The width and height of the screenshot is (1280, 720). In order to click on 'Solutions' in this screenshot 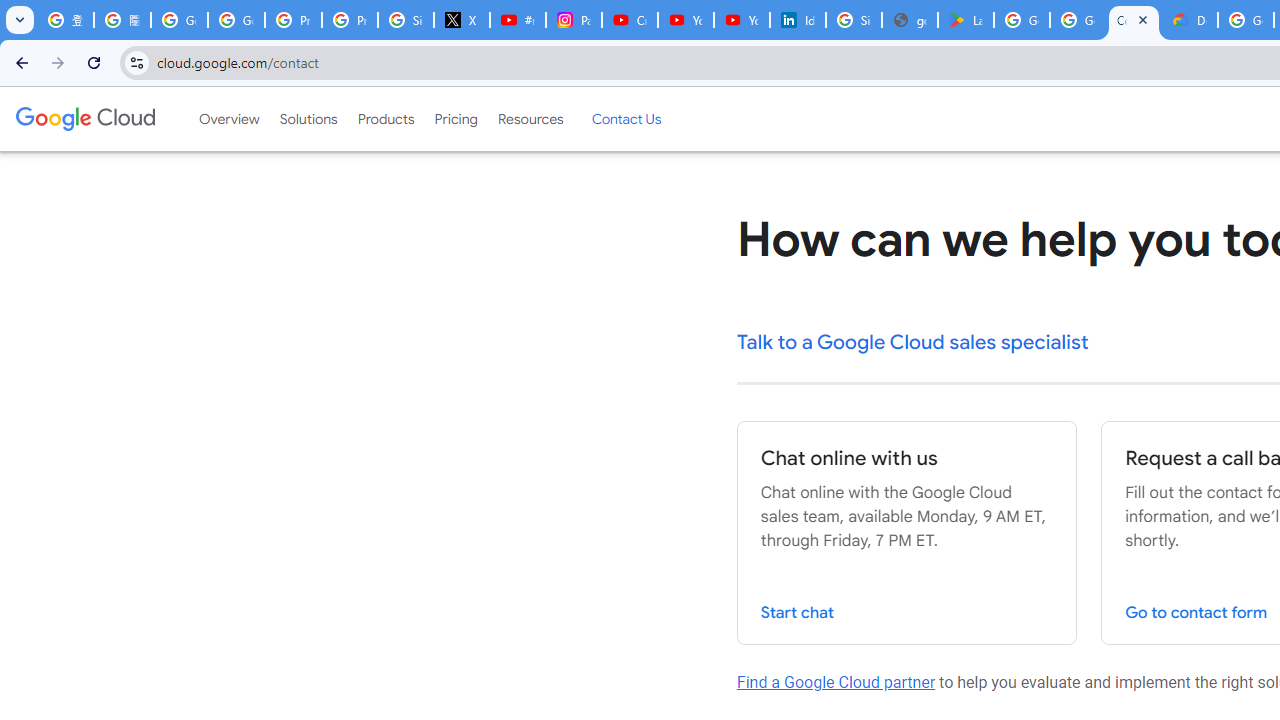, I will do `click(307, 119)`.